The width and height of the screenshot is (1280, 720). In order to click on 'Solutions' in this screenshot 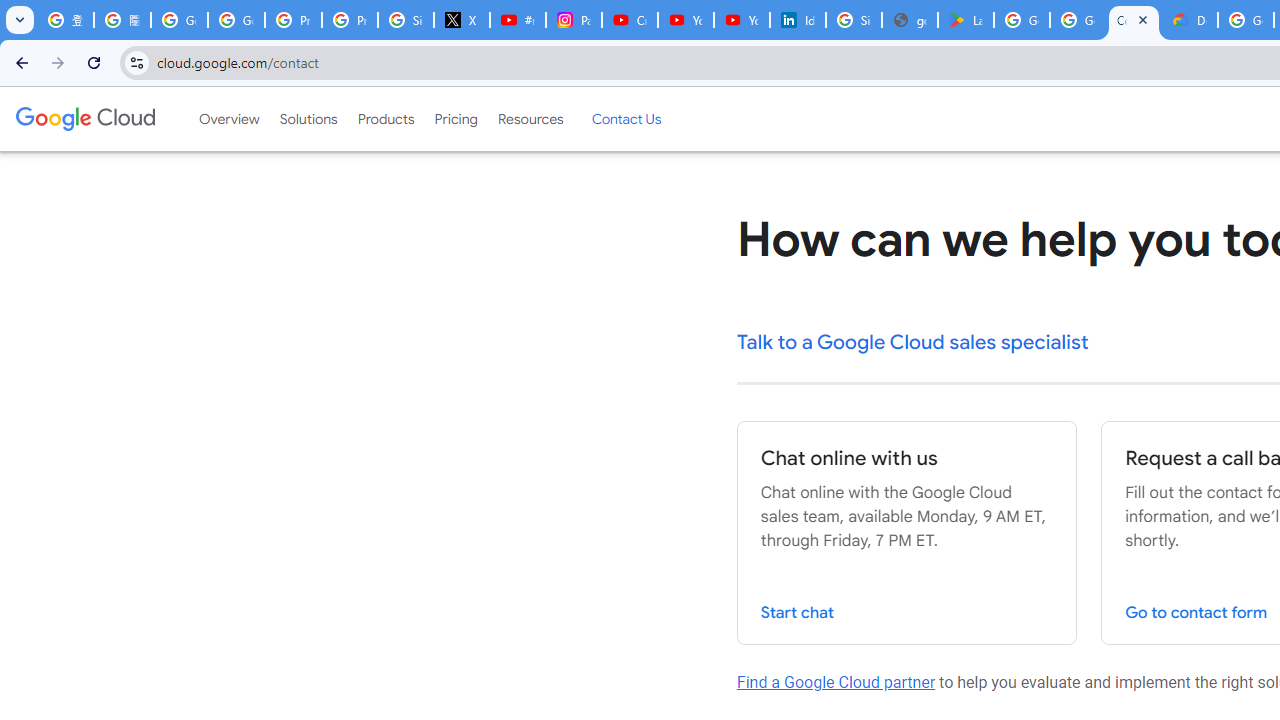, I will do `click(307, 119)`.